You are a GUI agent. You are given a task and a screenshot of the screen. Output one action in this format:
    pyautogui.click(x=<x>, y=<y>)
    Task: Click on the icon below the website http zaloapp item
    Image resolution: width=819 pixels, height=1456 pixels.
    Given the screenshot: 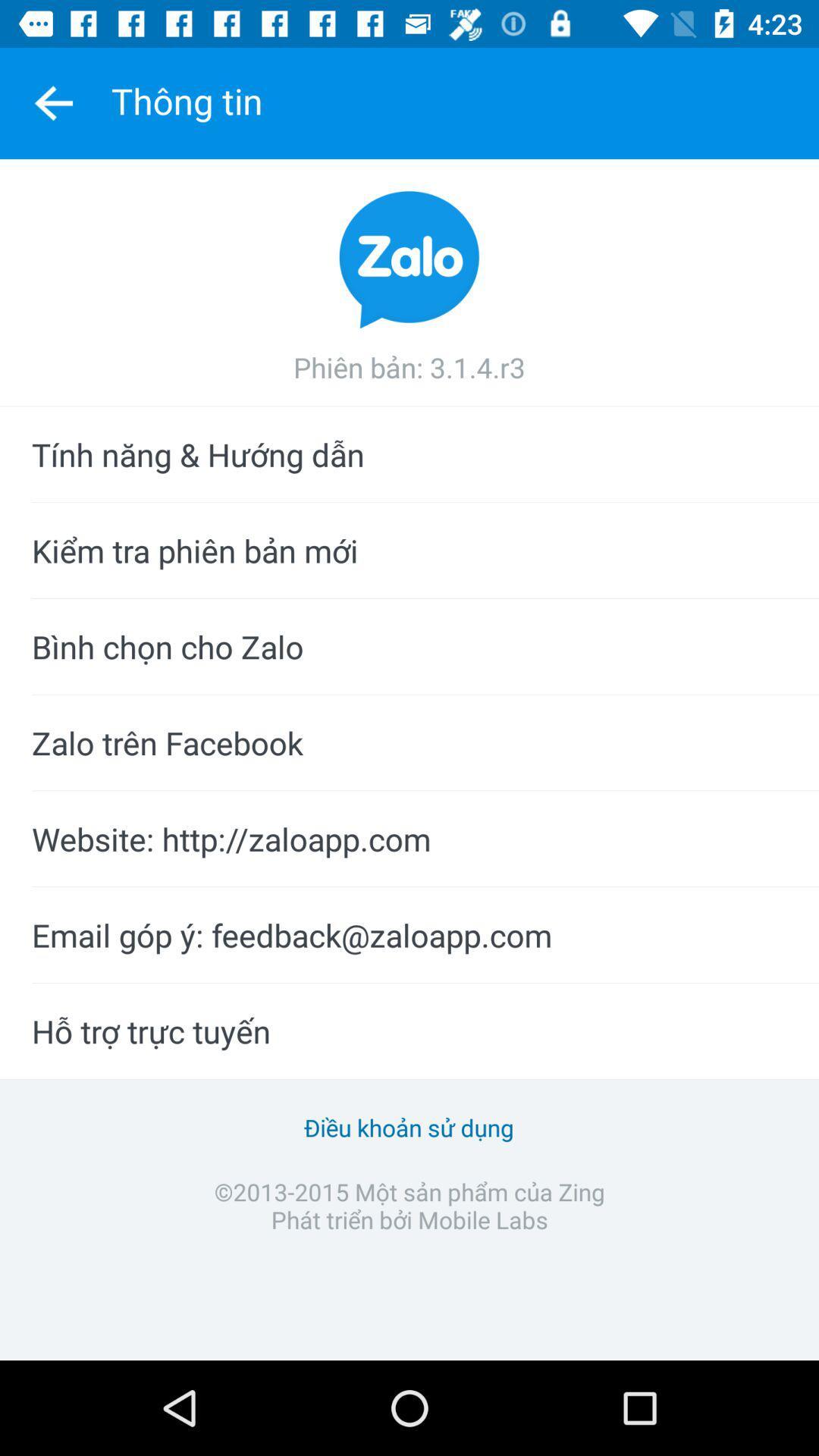 What is the action you would take?
    pyautogui.click(x=409, y=934)
    